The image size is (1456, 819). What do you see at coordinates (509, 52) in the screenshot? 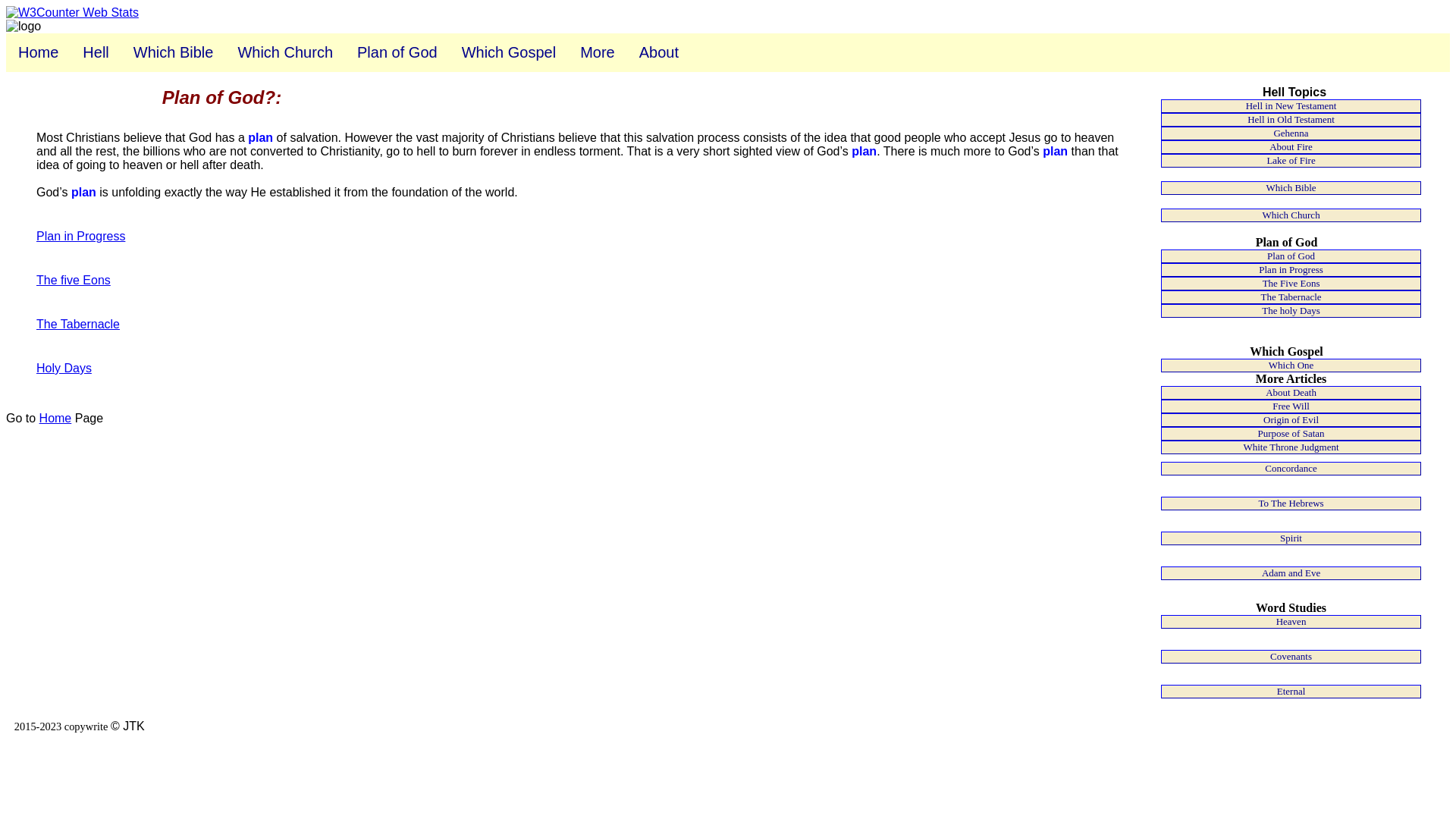
I see `'Which Gospel'` at bounding box center [509, 52].